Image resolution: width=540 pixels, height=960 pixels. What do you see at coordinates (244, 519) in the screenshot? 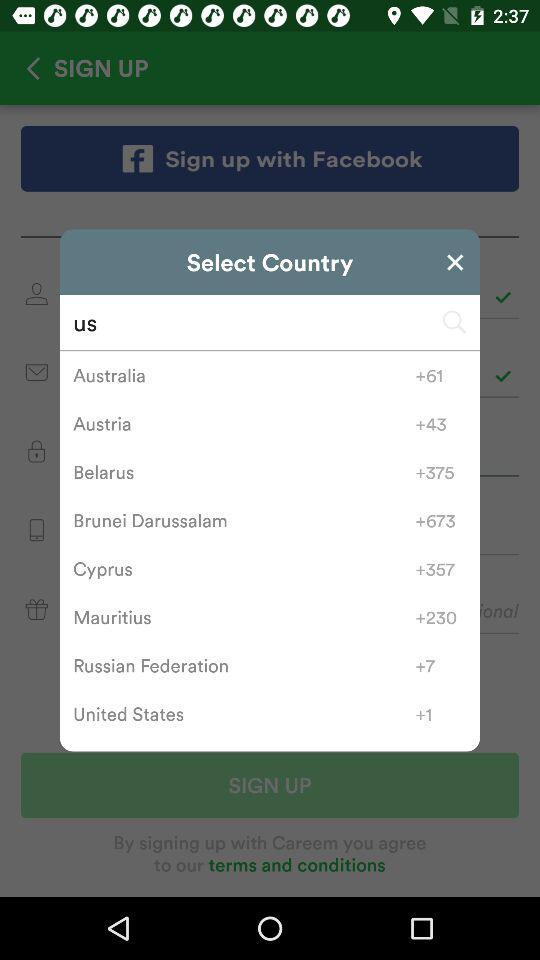
I see `the icon below belarus item` at bounding box center [244, 519].